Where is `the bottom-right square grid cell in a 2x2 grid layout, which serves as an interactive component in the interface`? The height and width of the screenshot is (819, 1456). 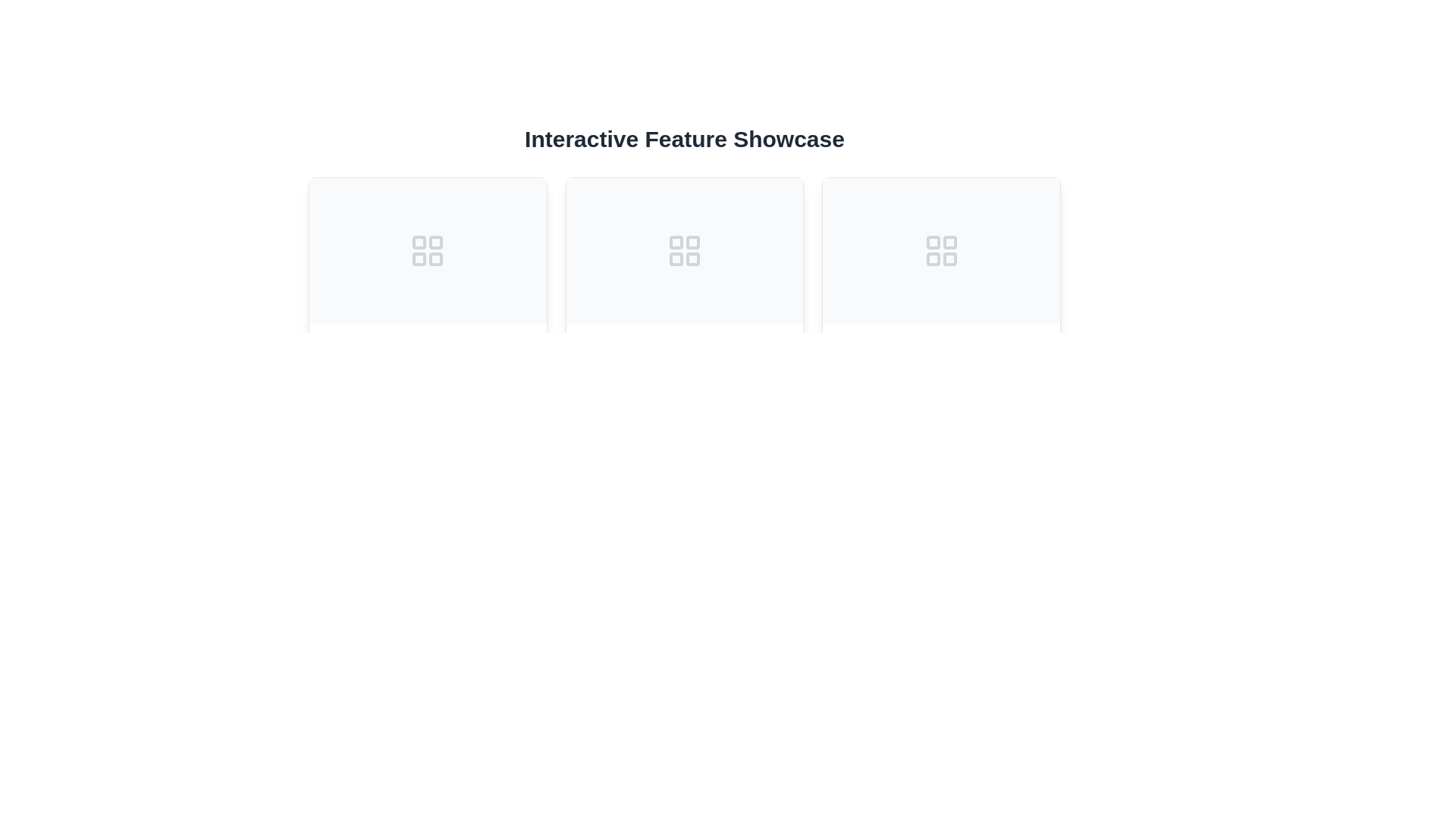 the bottom-right square grid cell in a 2x2 grid layout, which serves as an interactive component in the interface is located at coordinates (435, 259).